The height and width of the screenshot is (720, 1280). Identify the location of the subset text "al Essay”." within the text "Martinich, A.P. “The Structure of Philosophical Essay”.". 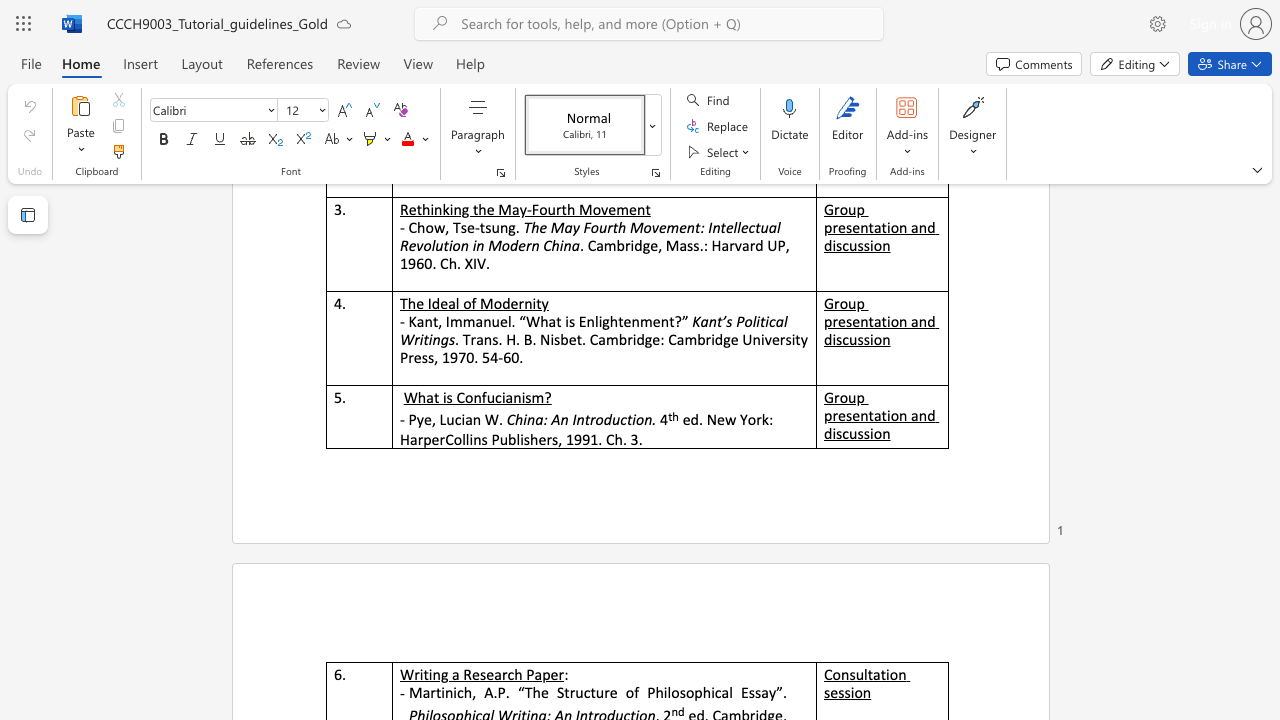
(720, 691).